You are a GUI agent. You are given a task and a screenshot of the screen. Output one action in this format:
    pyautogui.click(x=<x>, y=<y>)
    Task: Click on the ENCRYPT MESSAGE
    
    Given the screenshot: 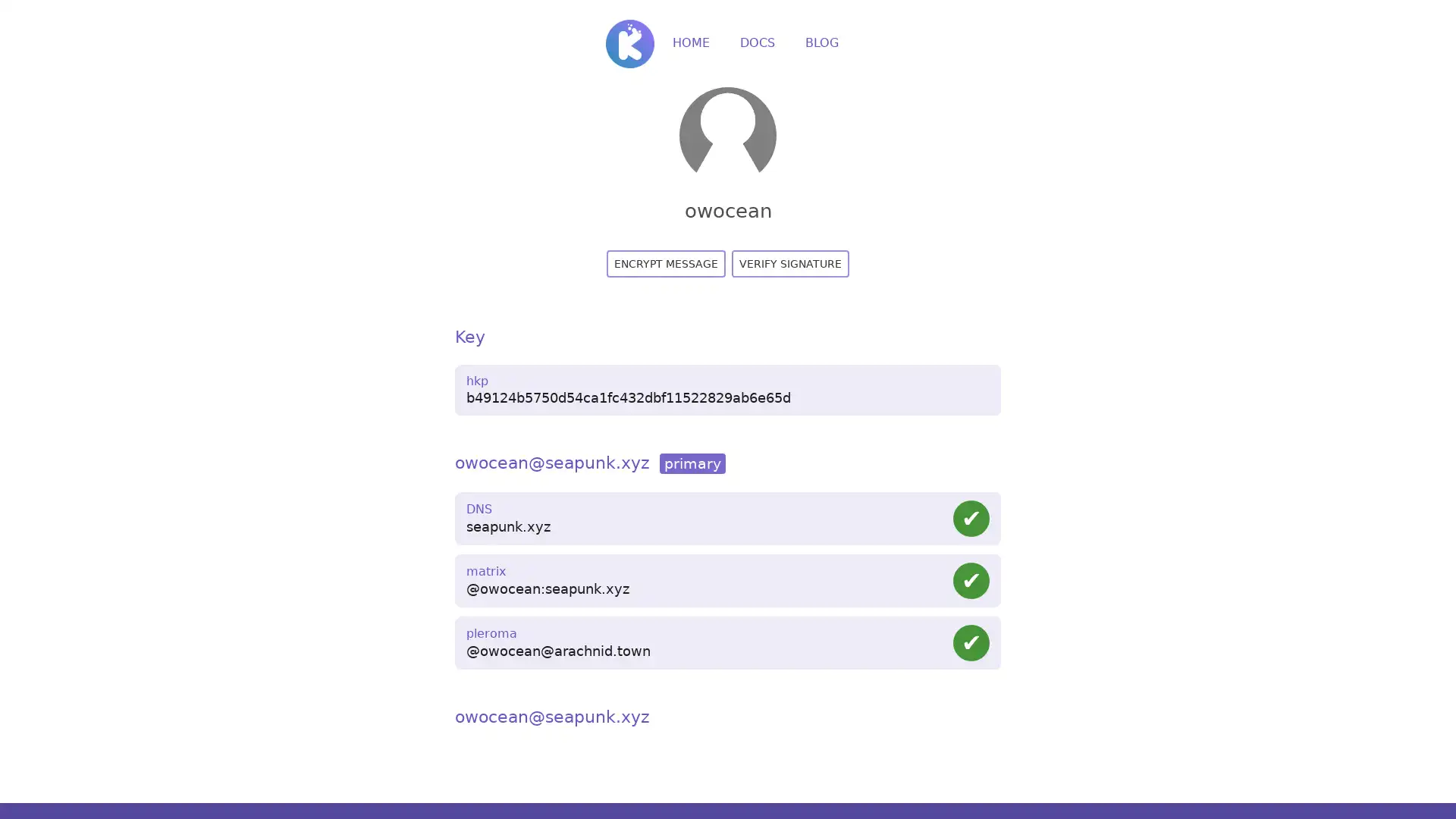 What is the action you would take?
    pyautogui.click(x=666, y=262)
    